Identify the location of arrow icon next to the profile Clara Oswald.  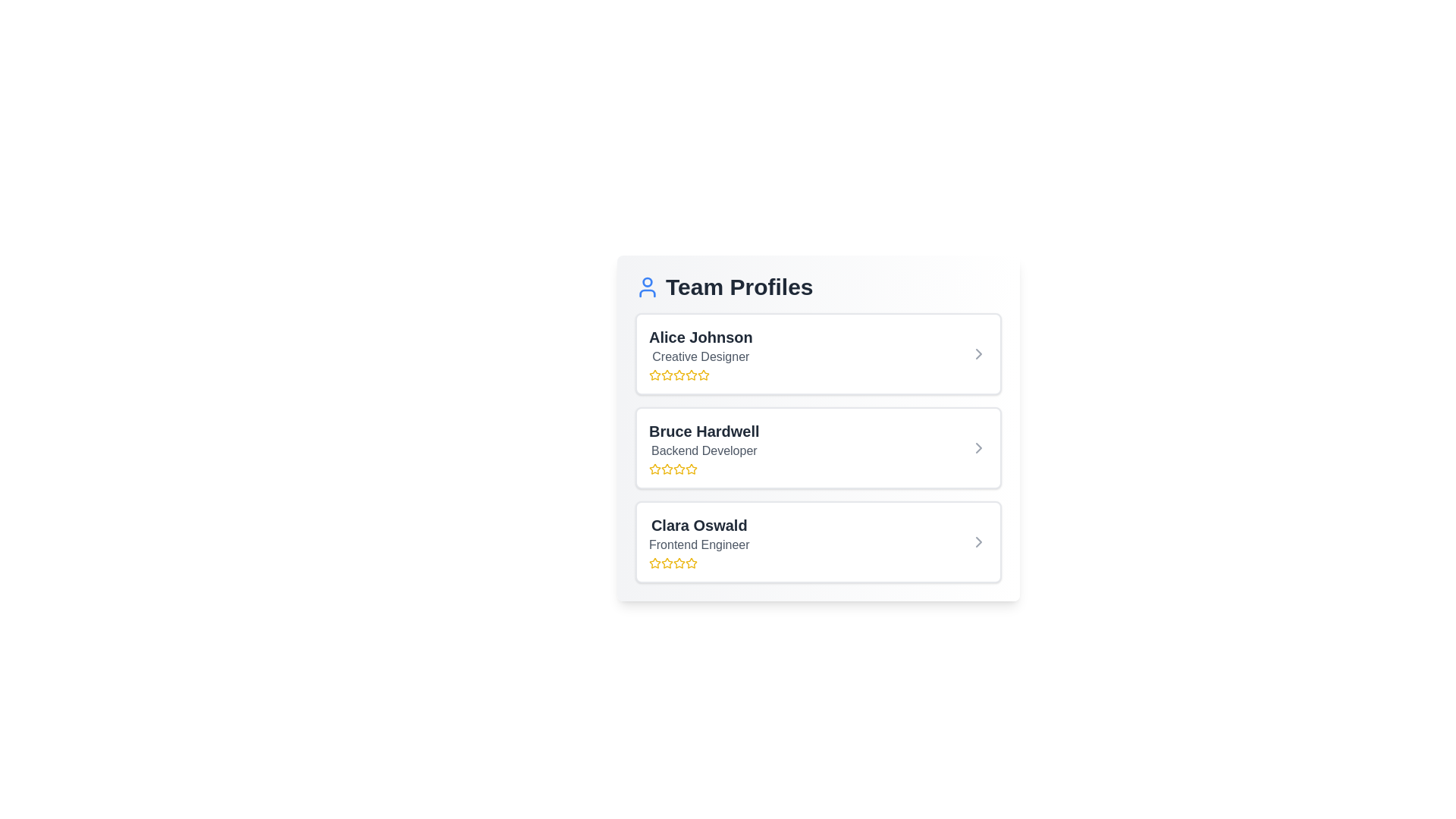
(979, 541).